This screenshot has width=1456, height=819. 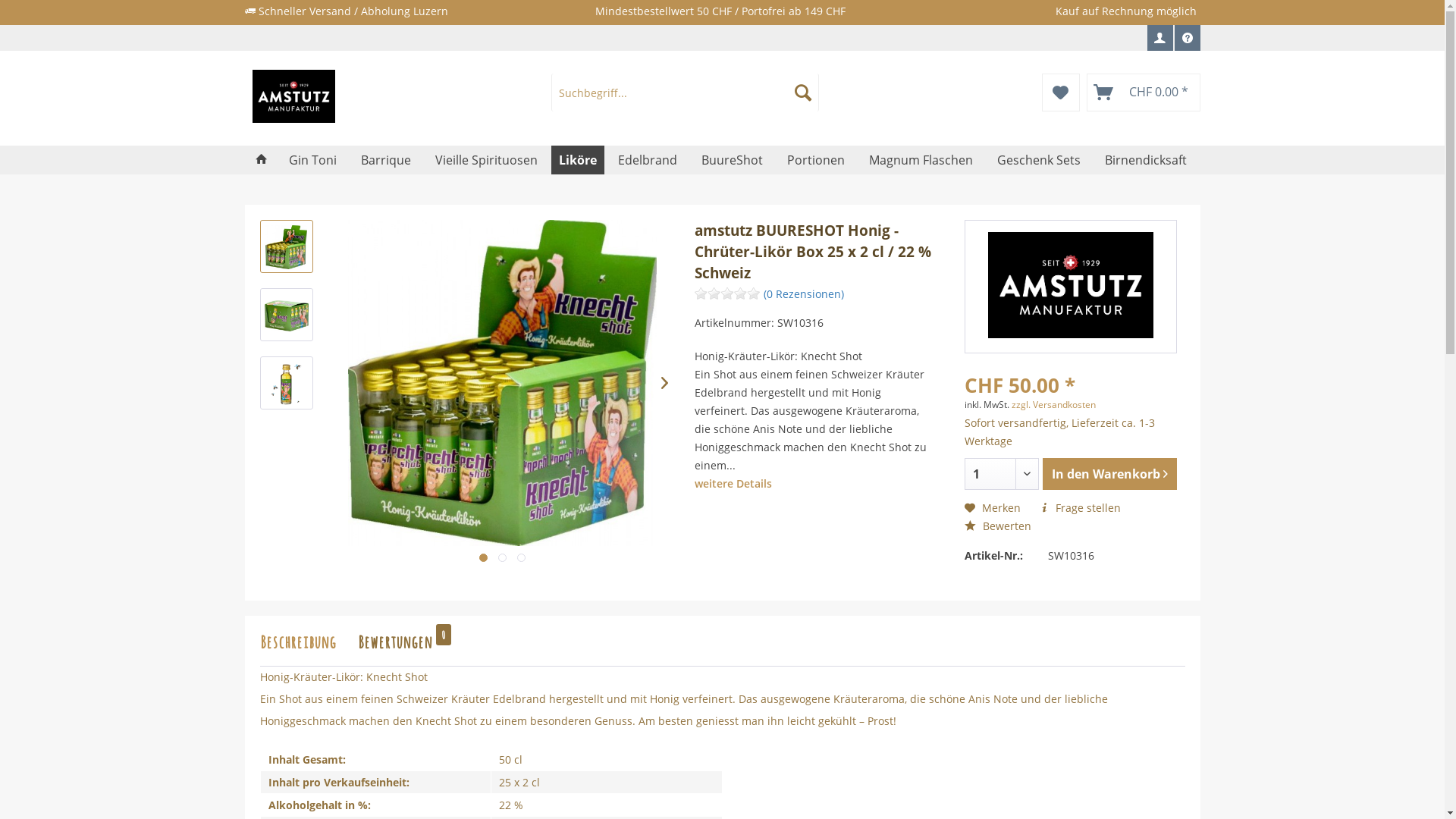 What do you see at coordinates (1143, 93) in the screenshot?
I see `'CHF 0.00 *'` at bounding box center [1143, 93].